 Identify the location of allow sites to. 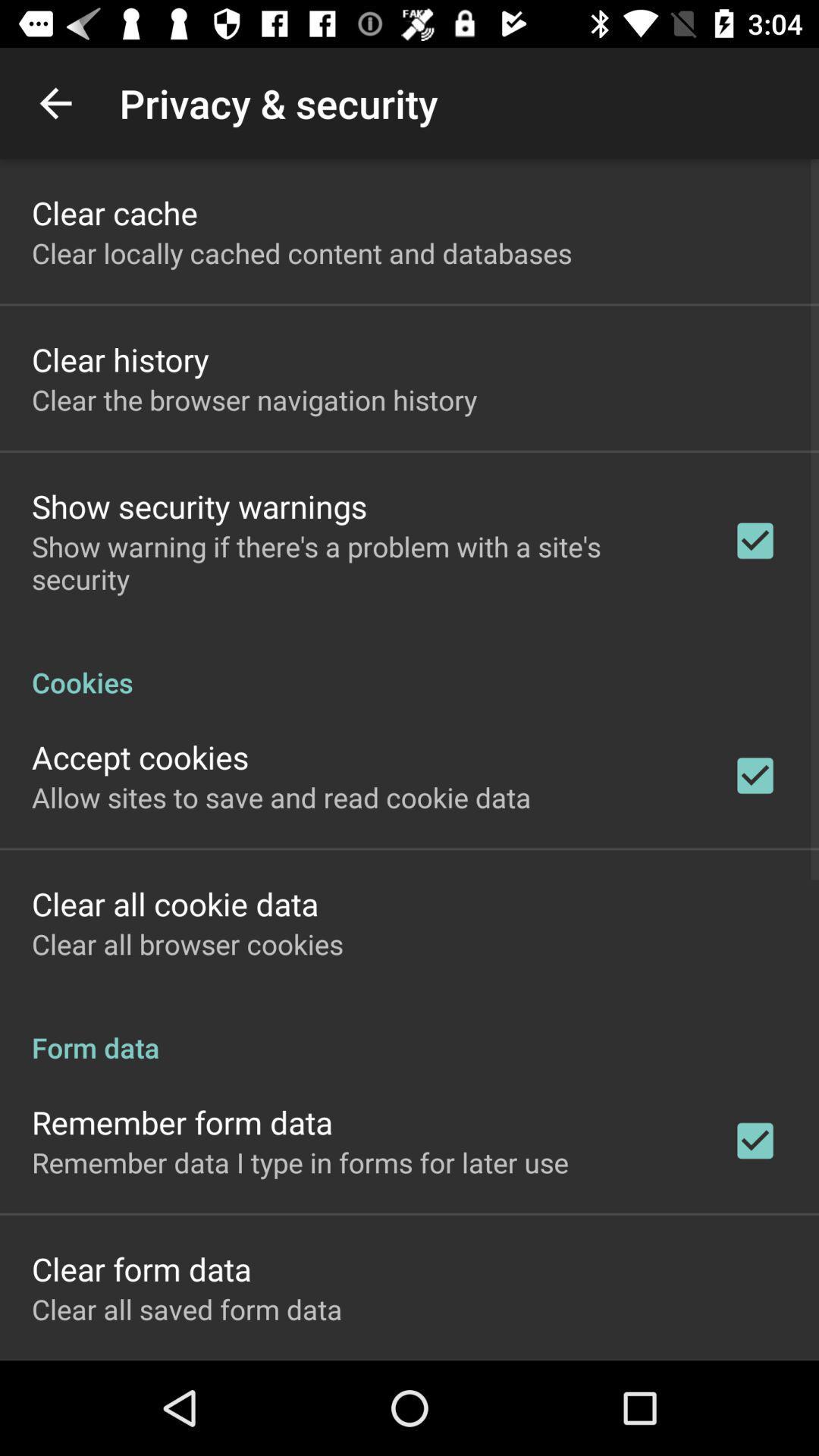
(281, 796).